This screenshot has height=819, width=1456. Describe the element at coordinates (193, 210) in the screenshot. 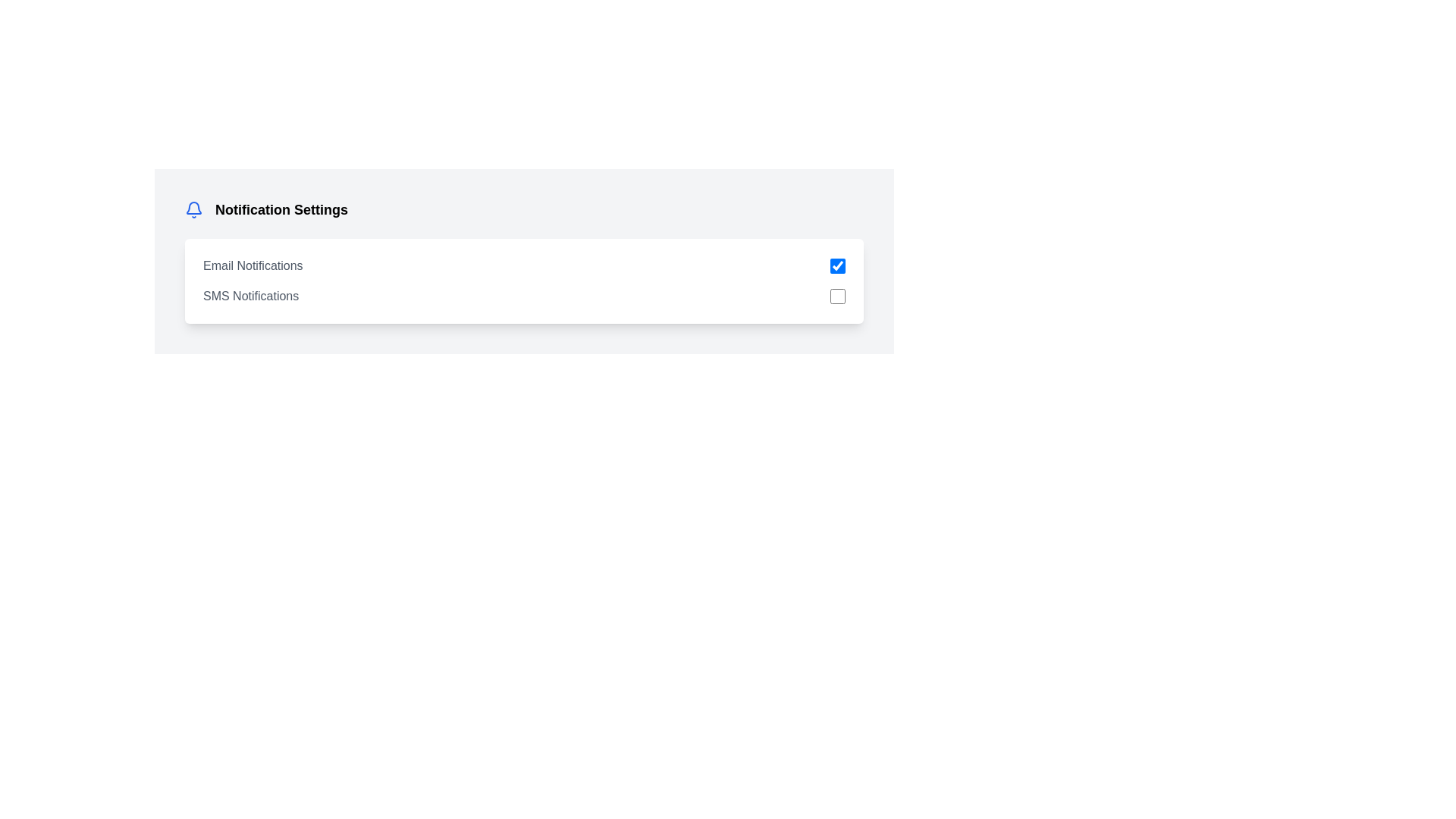

I see `the bell icon representing notification settings, located to the left of the text 'Notification Settings'` at that location.